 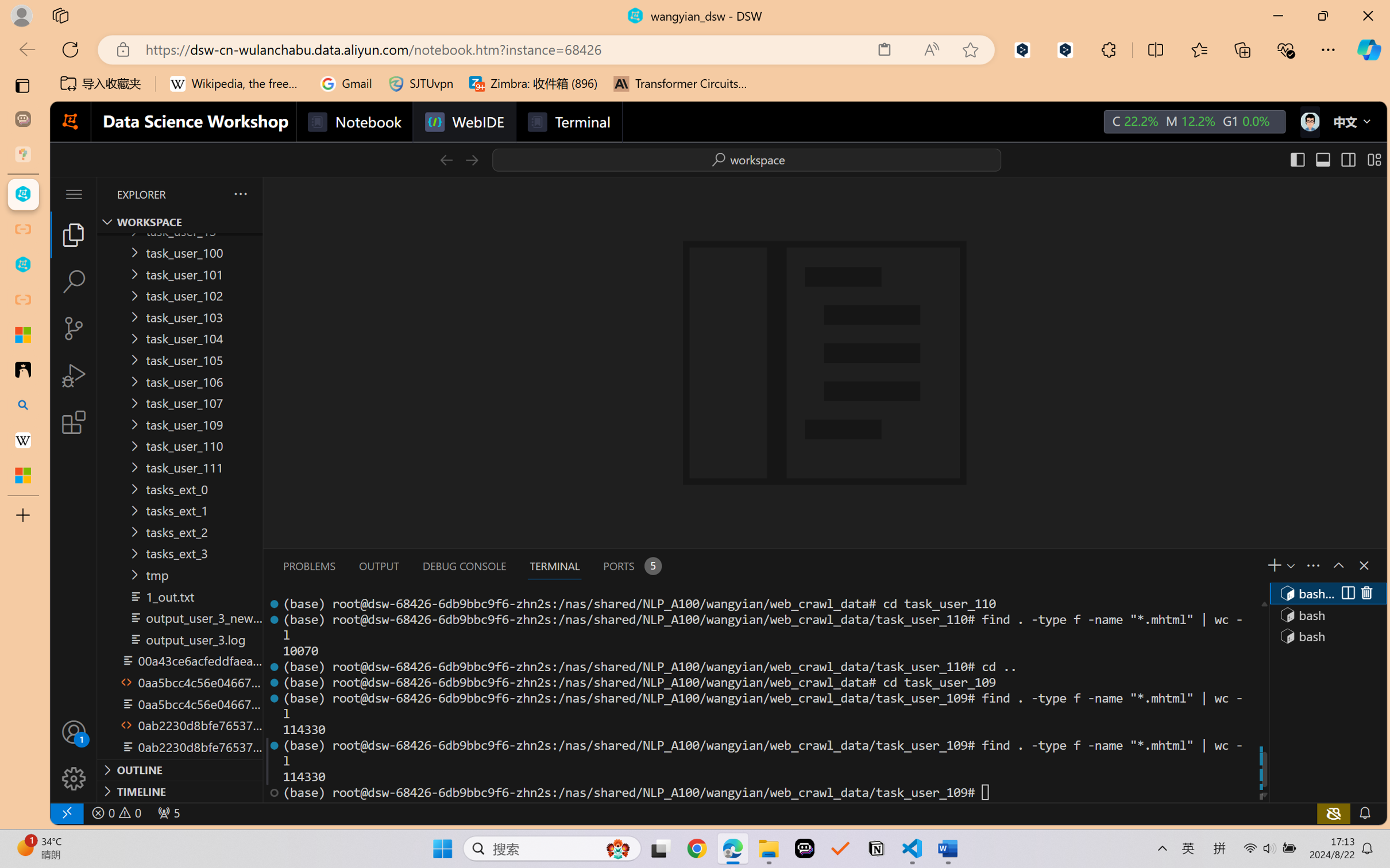 What do you see at coordinates (1346, 593) in the screenshot?
I see `'Split (Ctrl+Shift+5)'` at bounding box center [1346, 593].